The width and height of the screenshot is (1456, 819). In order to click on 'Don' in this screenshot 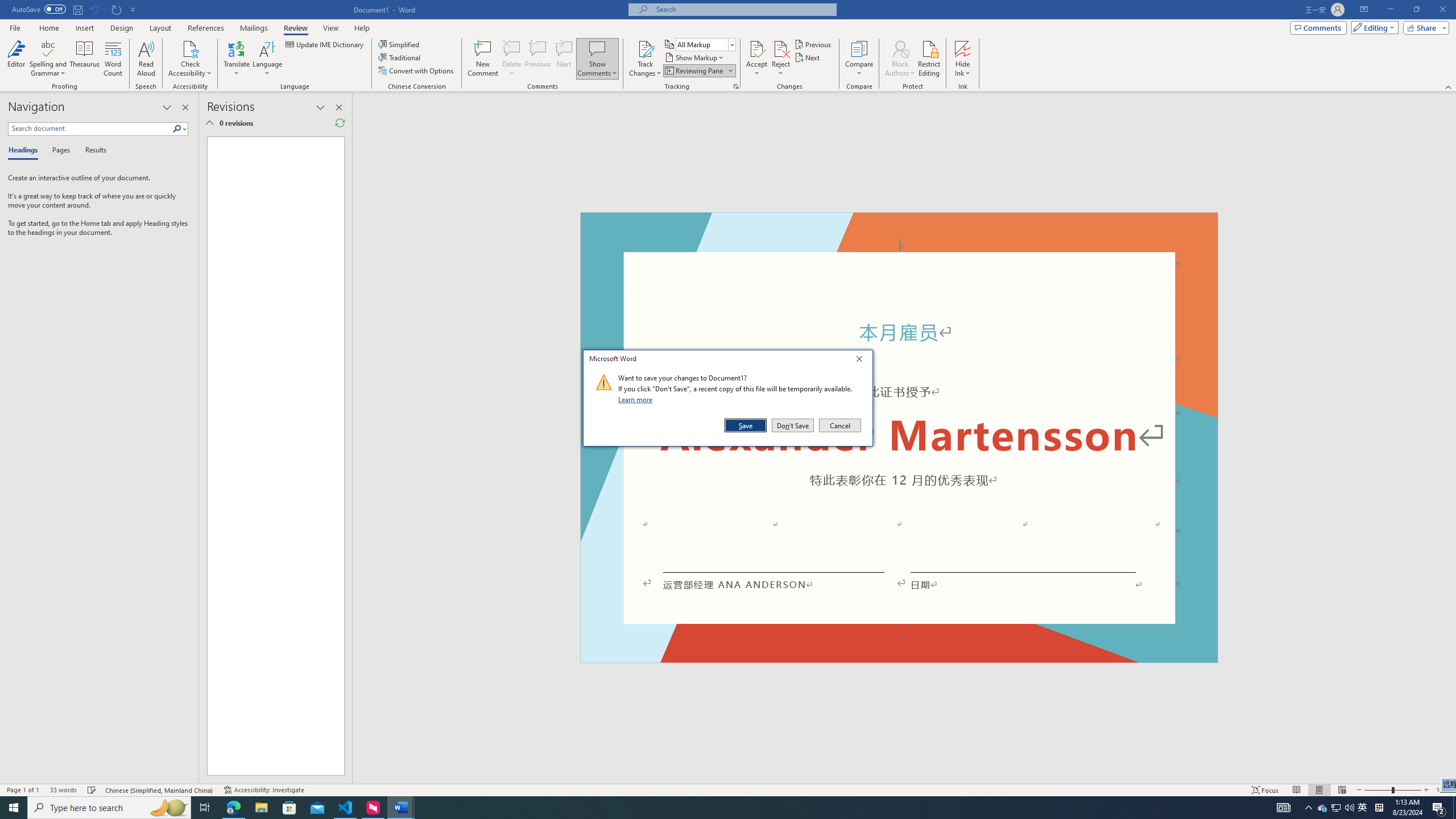, I will do `click(792, 425)`.